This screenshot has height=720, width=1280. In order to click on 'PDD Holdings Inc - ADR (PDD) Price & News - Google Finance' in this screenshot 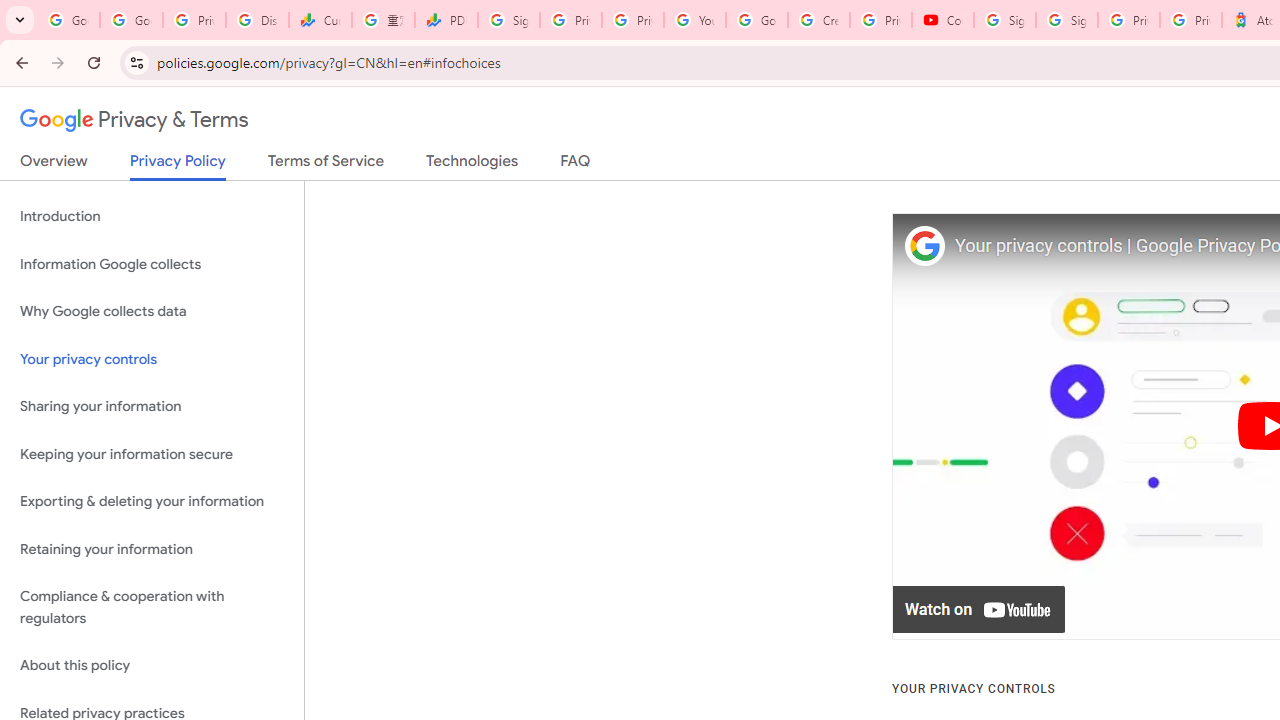, I will do `click(445, 20)`.